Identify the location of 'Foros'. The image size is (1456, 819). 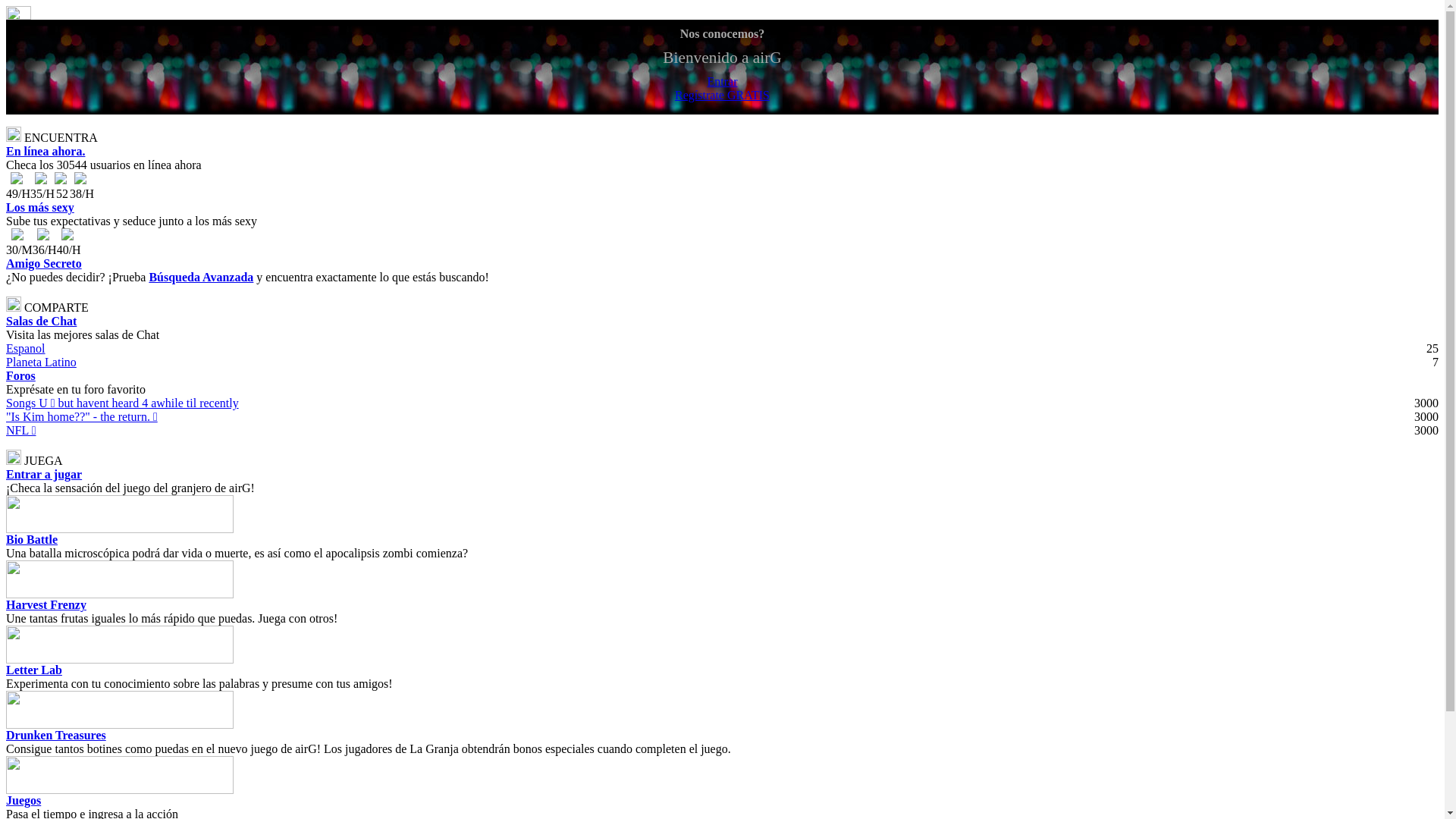
(6, 375).